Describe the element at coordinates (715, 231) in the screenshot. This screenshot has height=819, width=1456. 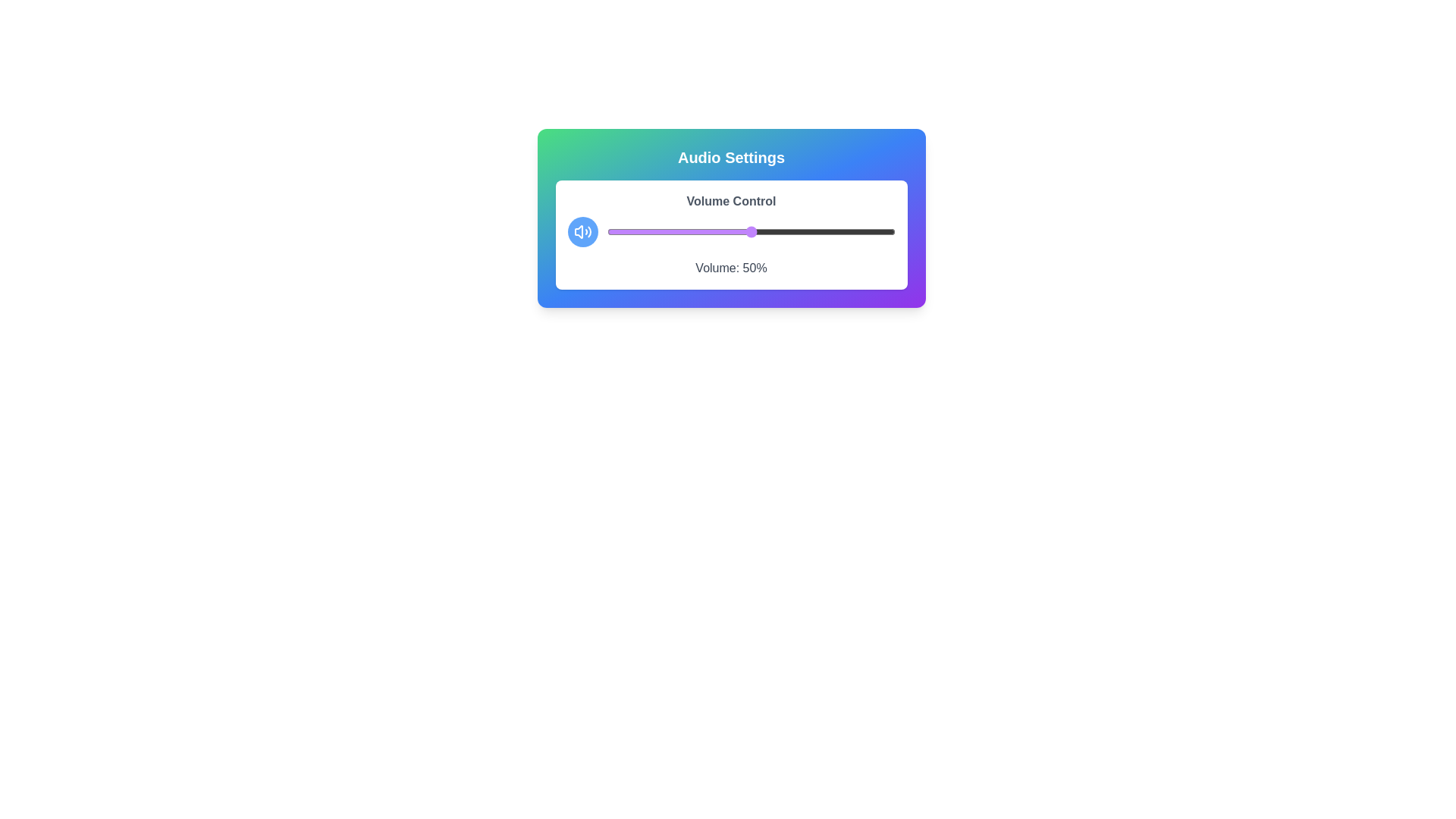
I see `volume` at that location.